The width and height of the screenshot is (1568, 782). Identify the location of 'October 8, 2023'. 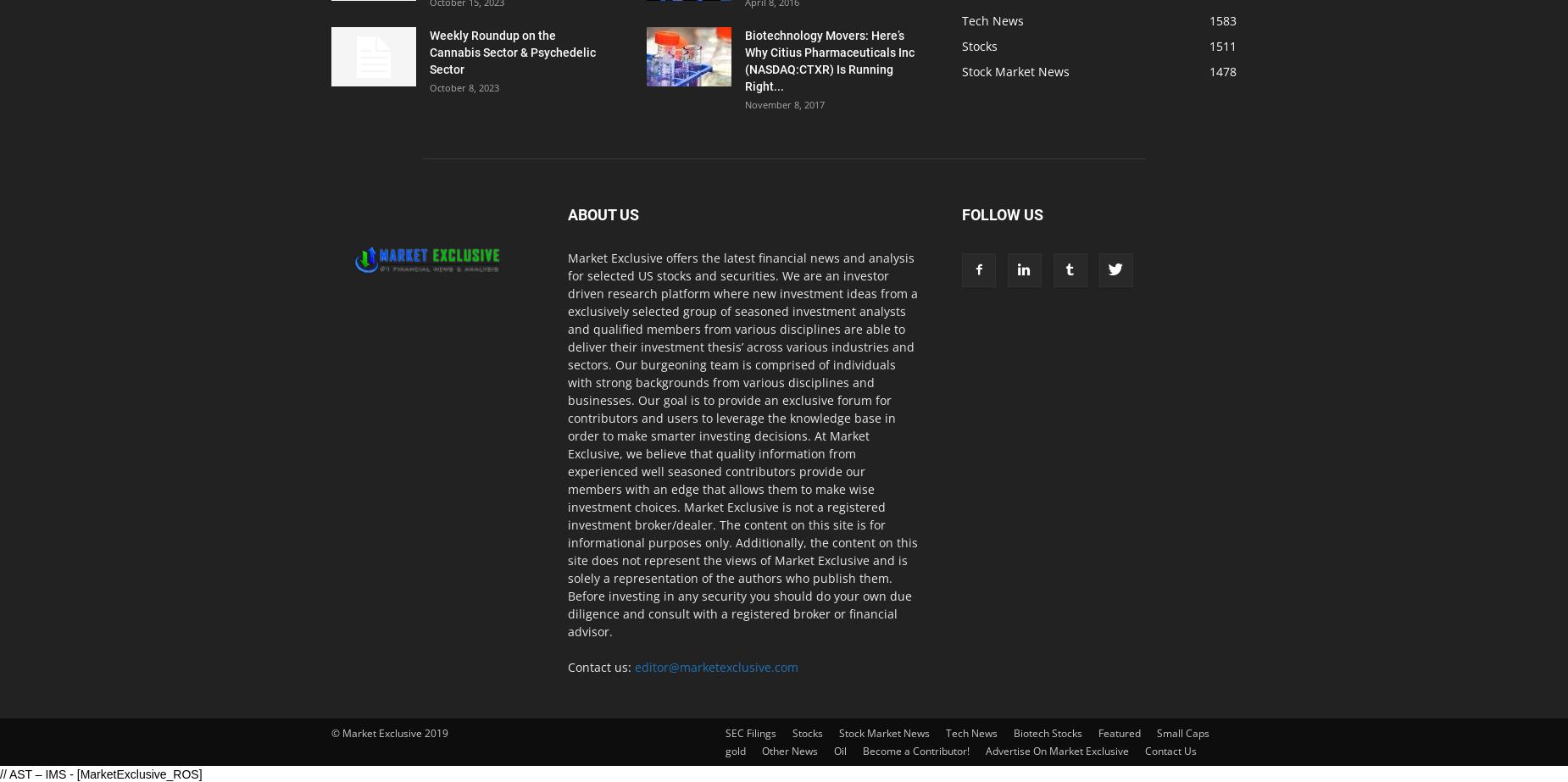
(464, 87).